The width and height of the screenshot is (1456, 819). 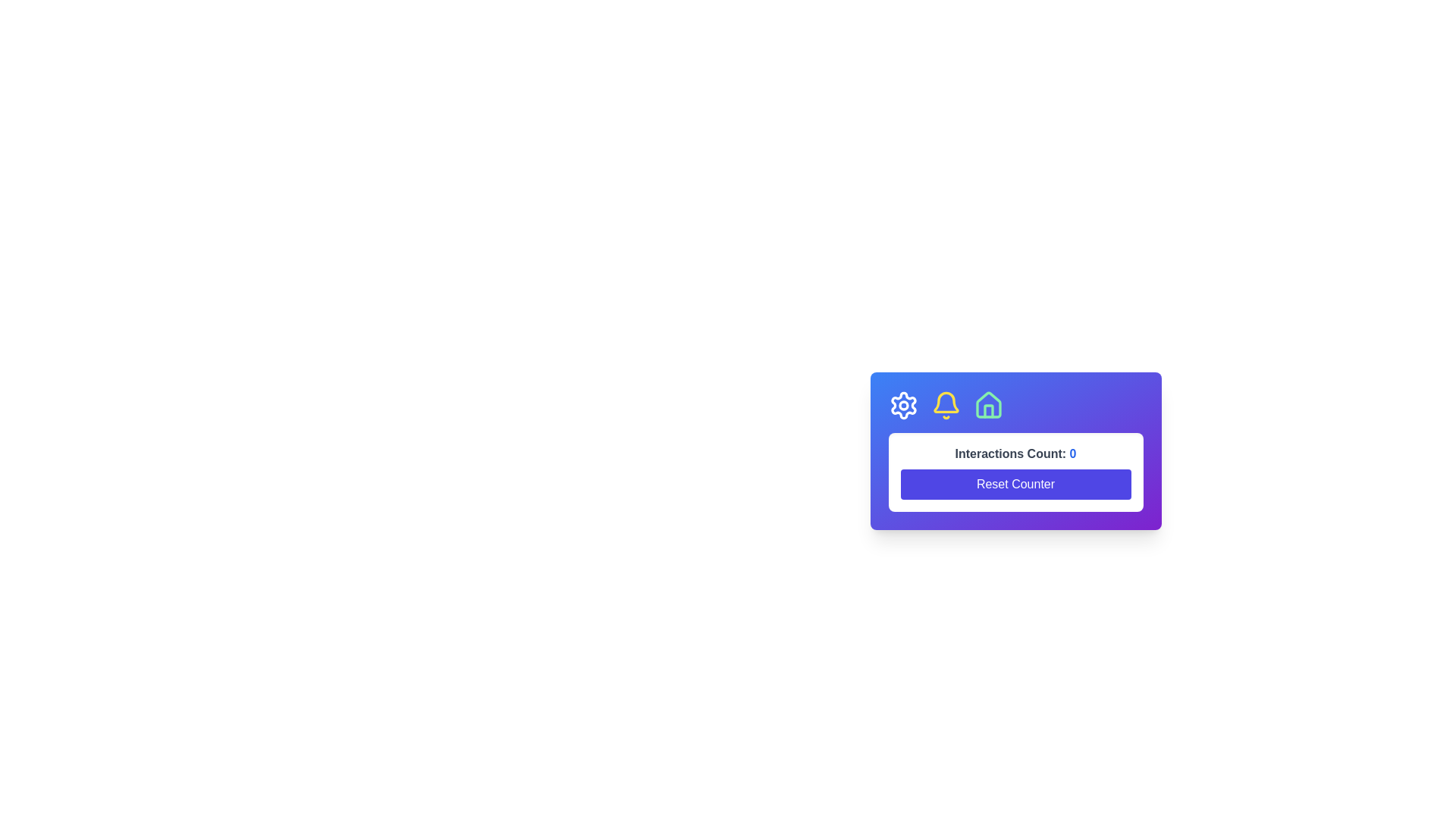 I want to click on the 'Reset Counter' button located within the composite UI component that displays the text 'Interactions Count: 0', so click(x=1015, y=472).